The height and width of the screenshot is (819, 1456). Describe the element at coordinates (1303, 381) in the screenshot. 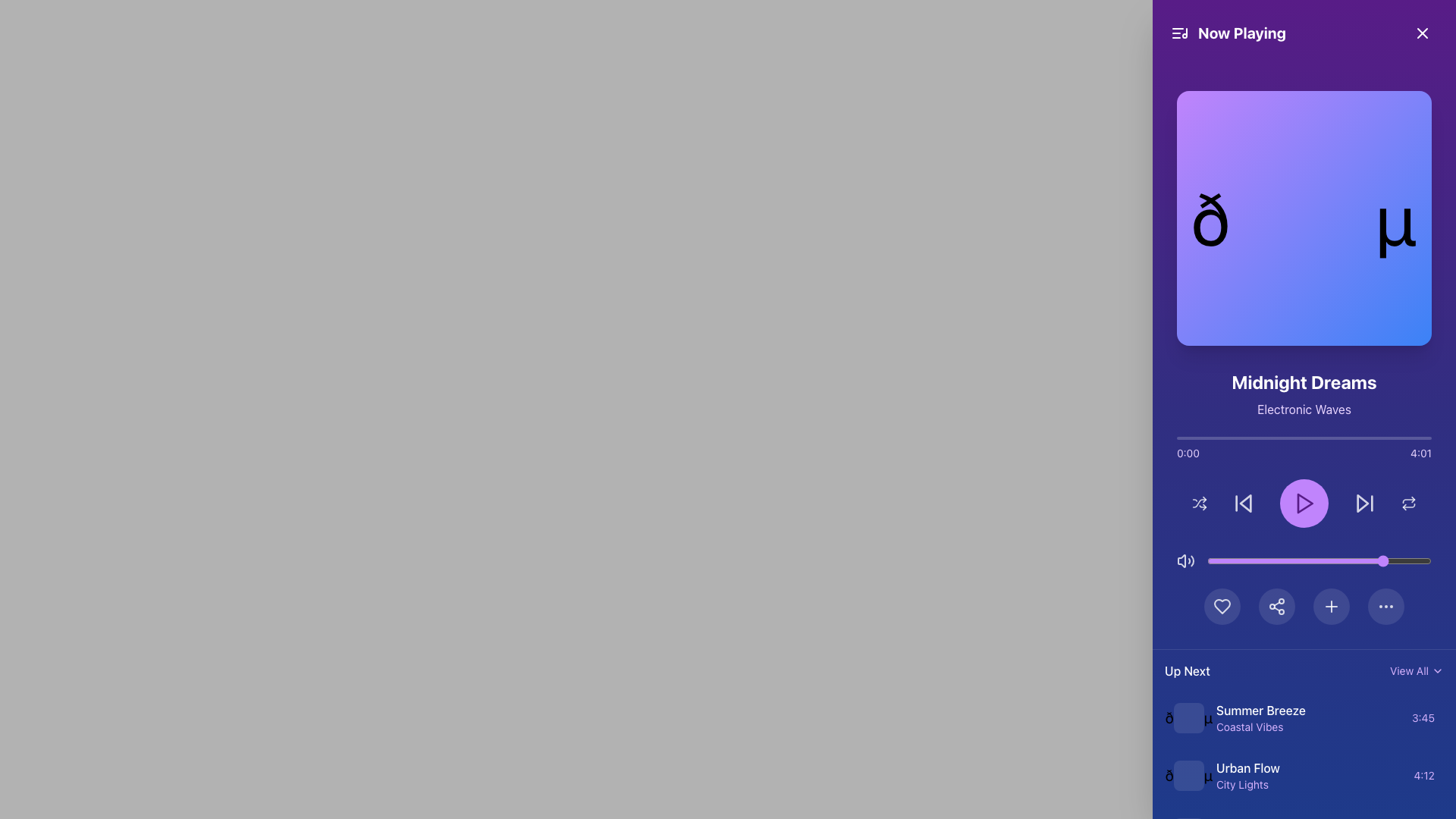

I see `the text label displaying 'Midnight Dreams' which has a bold, white, large font style, centered horizontally in a purple background interface` at that location.